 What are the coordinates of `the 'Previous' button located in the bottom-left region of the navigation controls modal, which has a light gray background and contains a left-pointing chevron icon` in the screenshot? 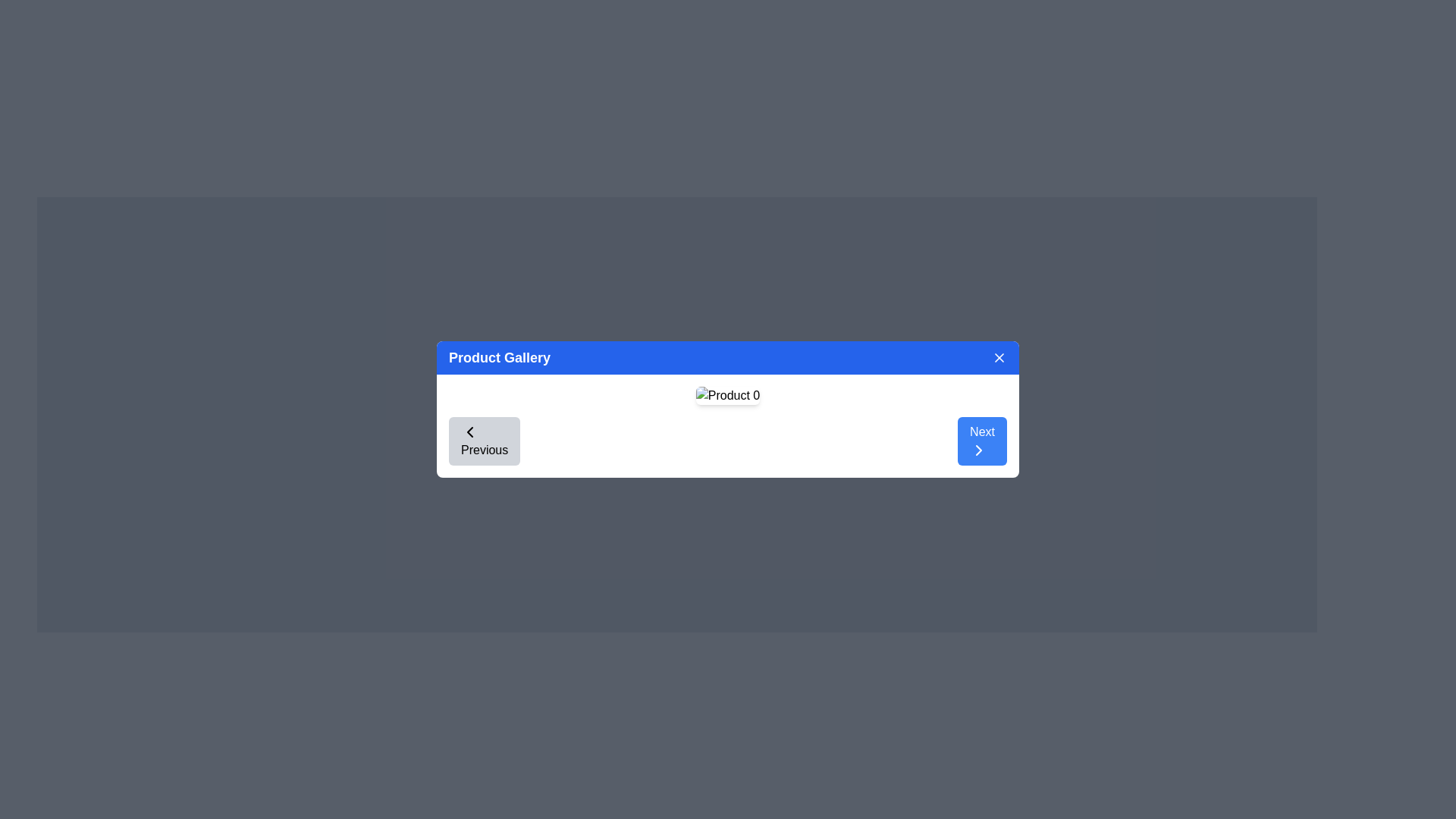 It's located at (484, 441).